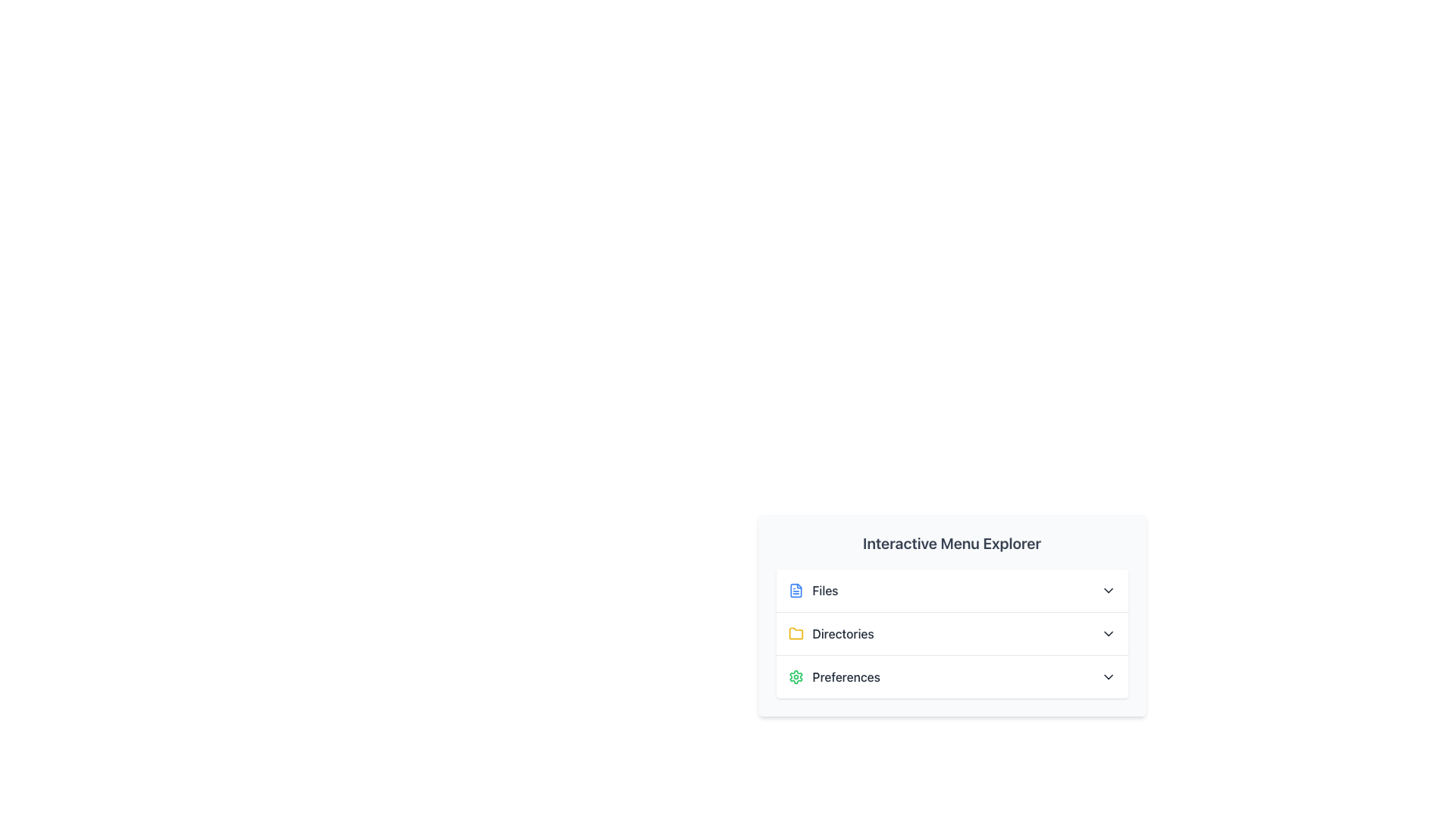  What do you see at coordinates (951, 676) in the screenshot?
I see `the third entry in the vertically stacked list of the card-like UI component` at bounding box center [951, 676].